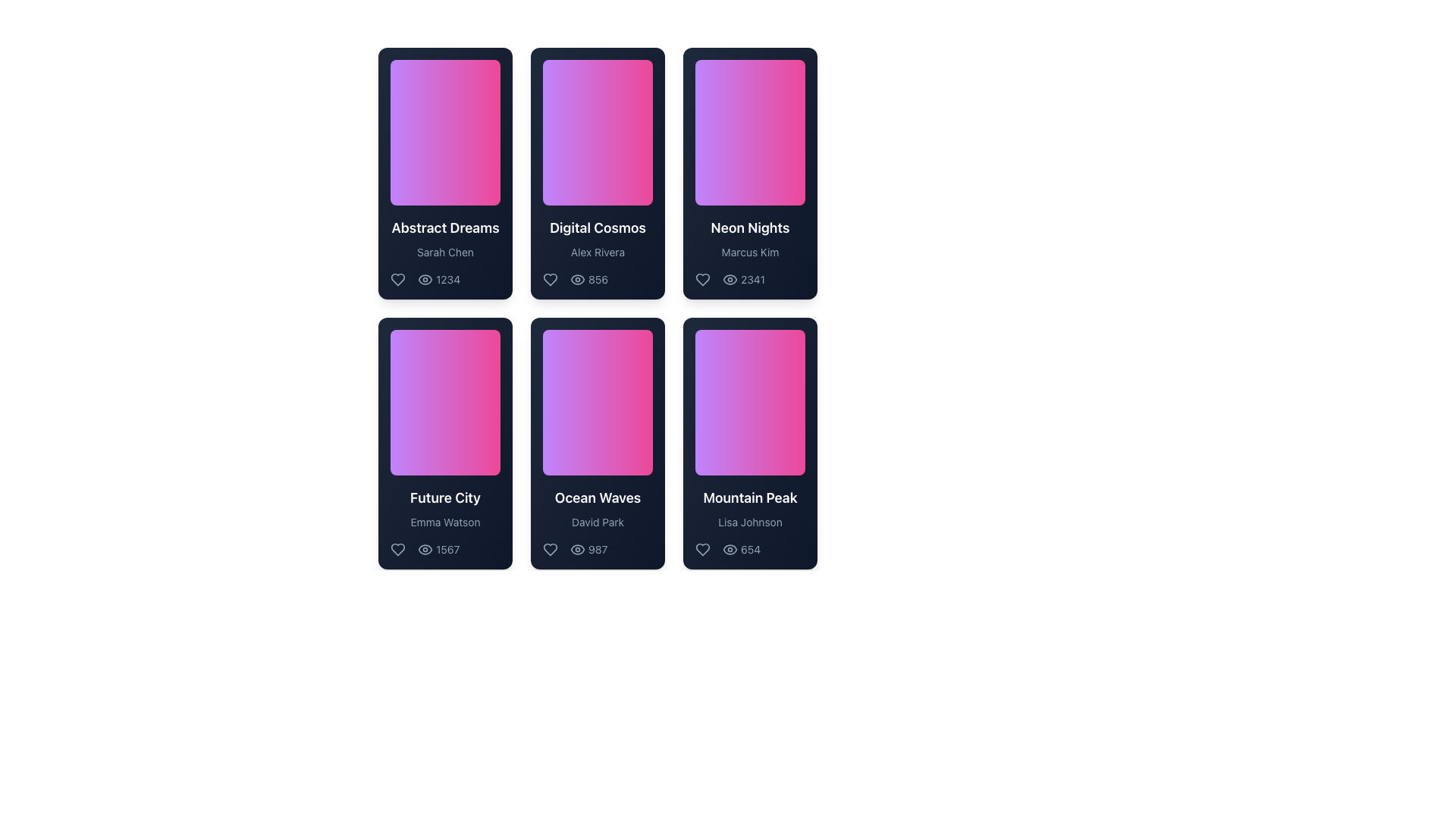  What do you see at coordinates (730, 280) in the screenshot?
I see `the eye icon located to the left of the number '2341' in the 'Neon Nights' card` at bounding box center [730, 280].